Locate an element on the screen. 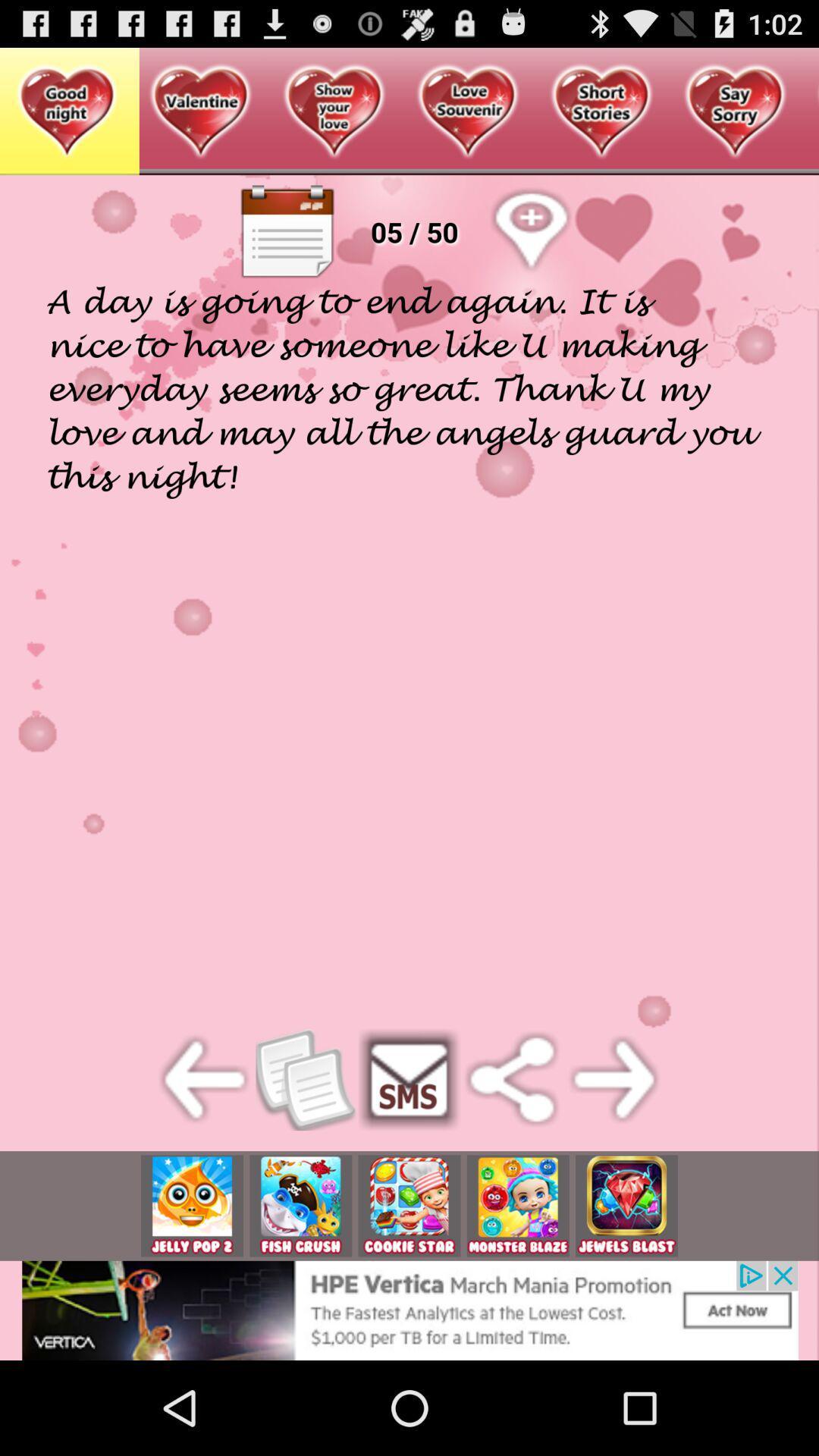  emoji is located at coordinates (300, 1205).